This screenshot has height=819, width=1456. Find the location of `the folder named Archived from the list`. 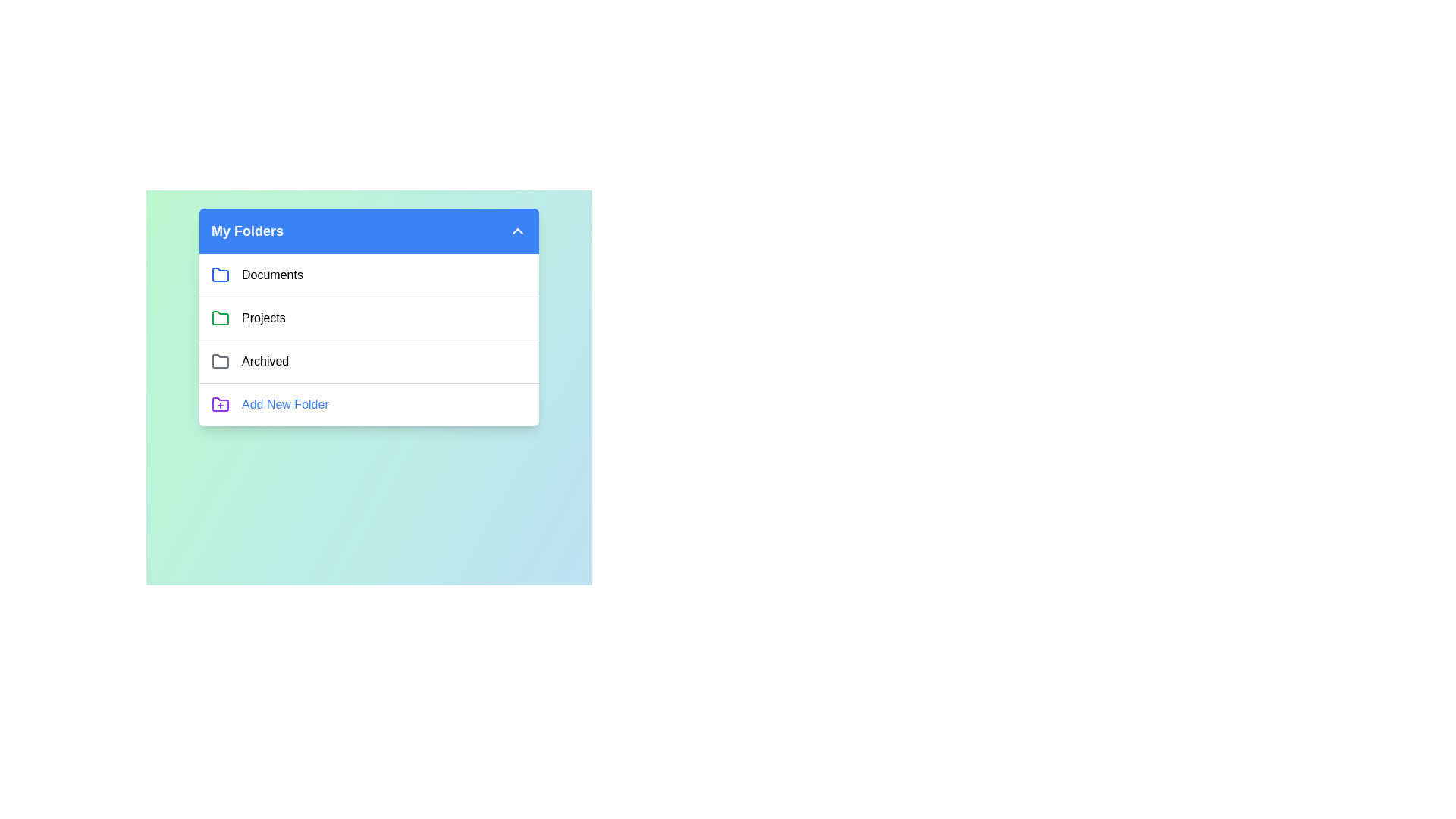

the folder named Archived from the list is located at coordinates (265, 362).